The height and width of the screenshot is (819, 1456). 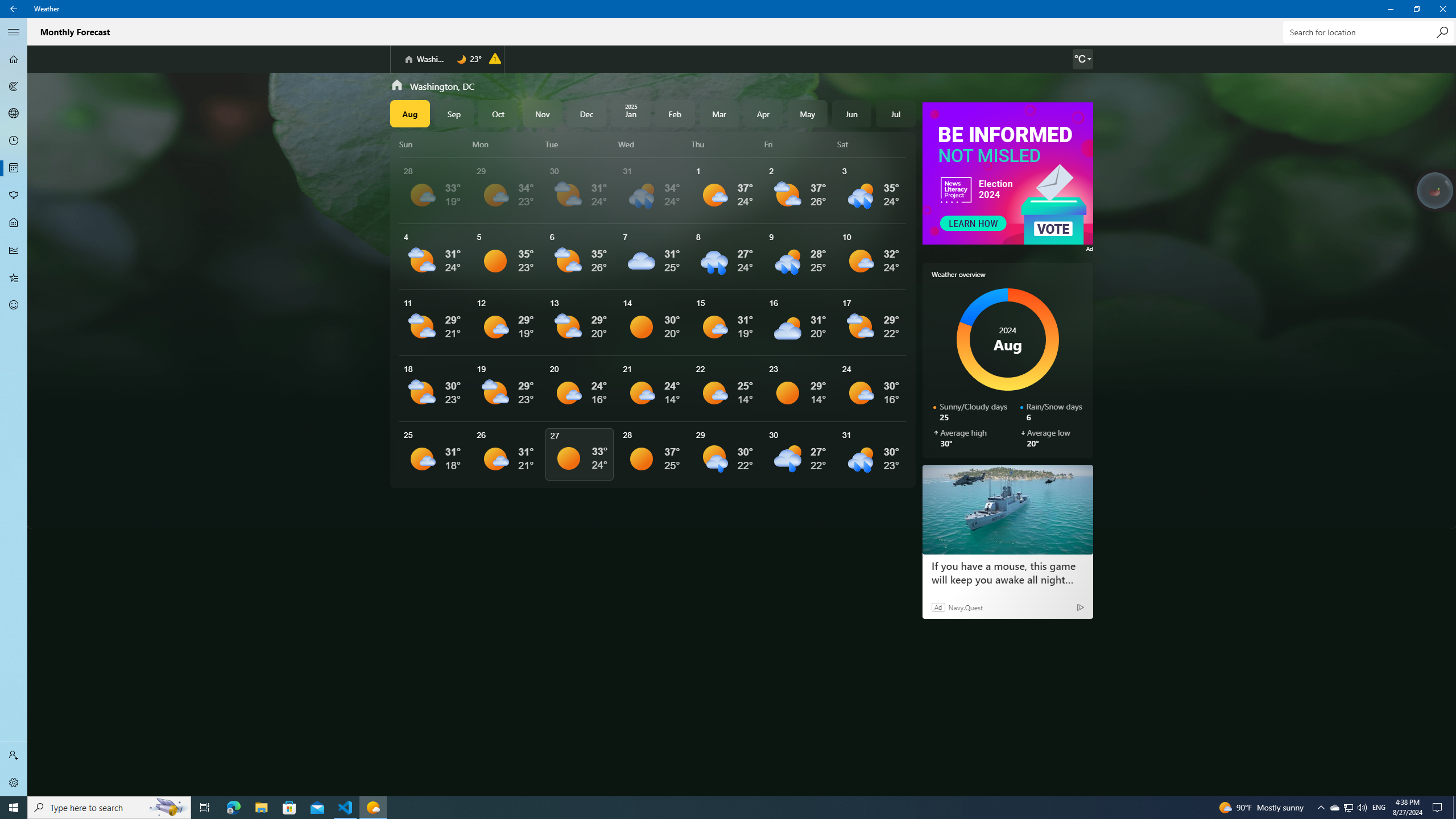 I want to click on 'Tray Input Indicator - English (United States)', so click(x=1379, y=806).